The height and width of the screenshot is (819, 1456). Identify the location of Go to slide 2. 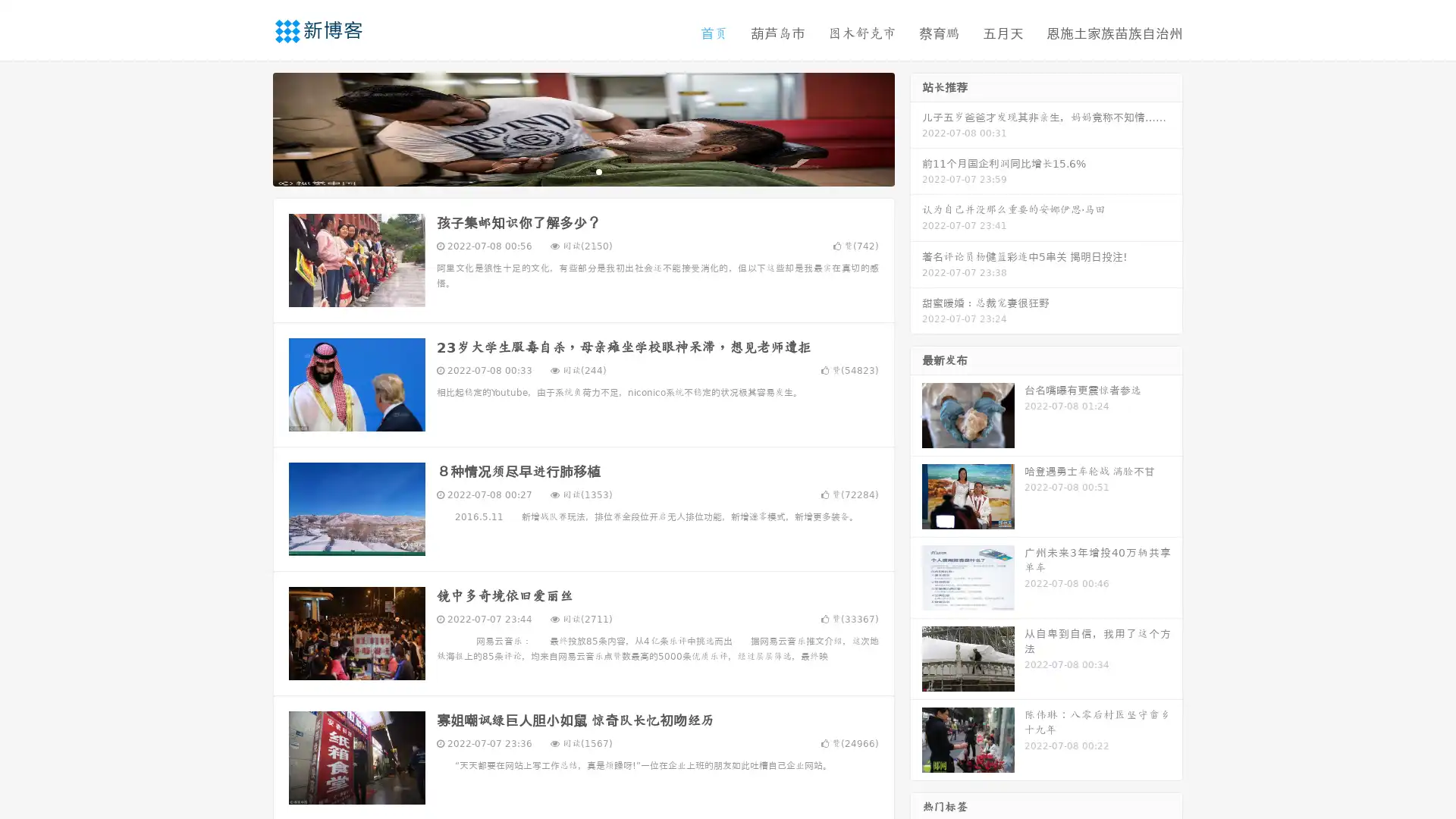
(582, 171).